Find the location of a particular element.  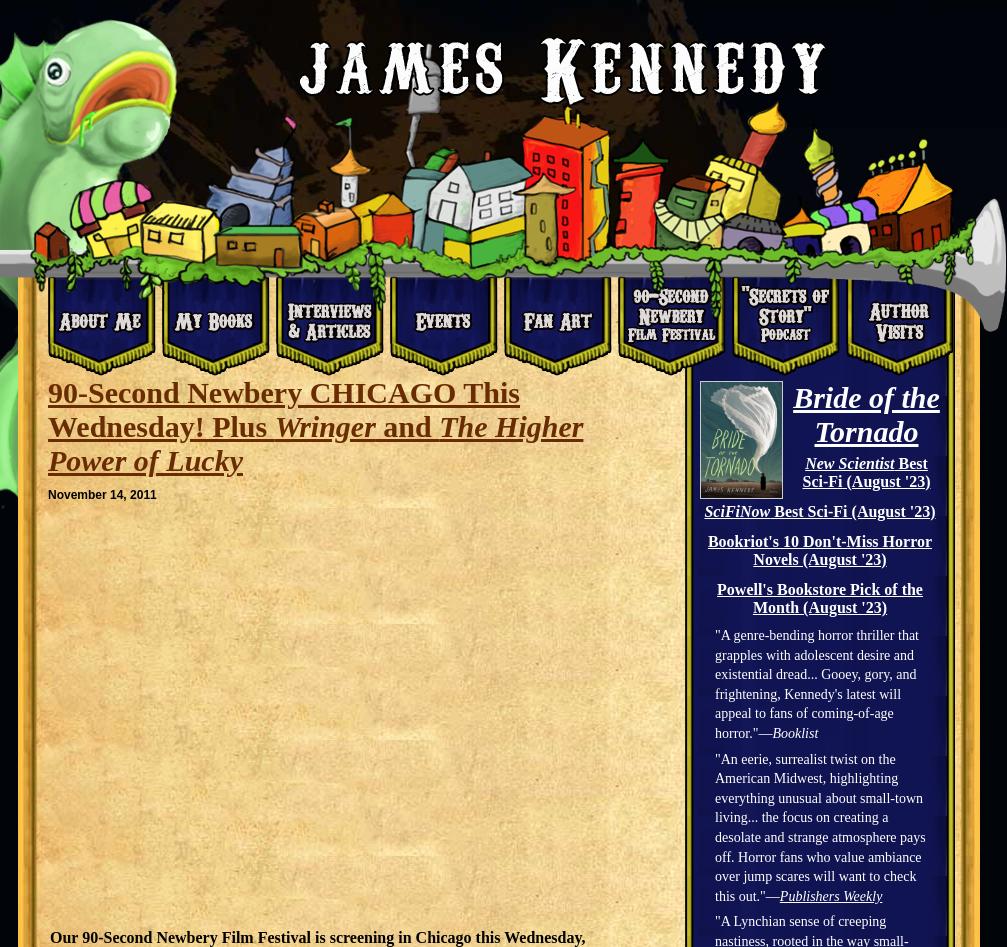

'Booklist' is located at coordinates (794, 731).